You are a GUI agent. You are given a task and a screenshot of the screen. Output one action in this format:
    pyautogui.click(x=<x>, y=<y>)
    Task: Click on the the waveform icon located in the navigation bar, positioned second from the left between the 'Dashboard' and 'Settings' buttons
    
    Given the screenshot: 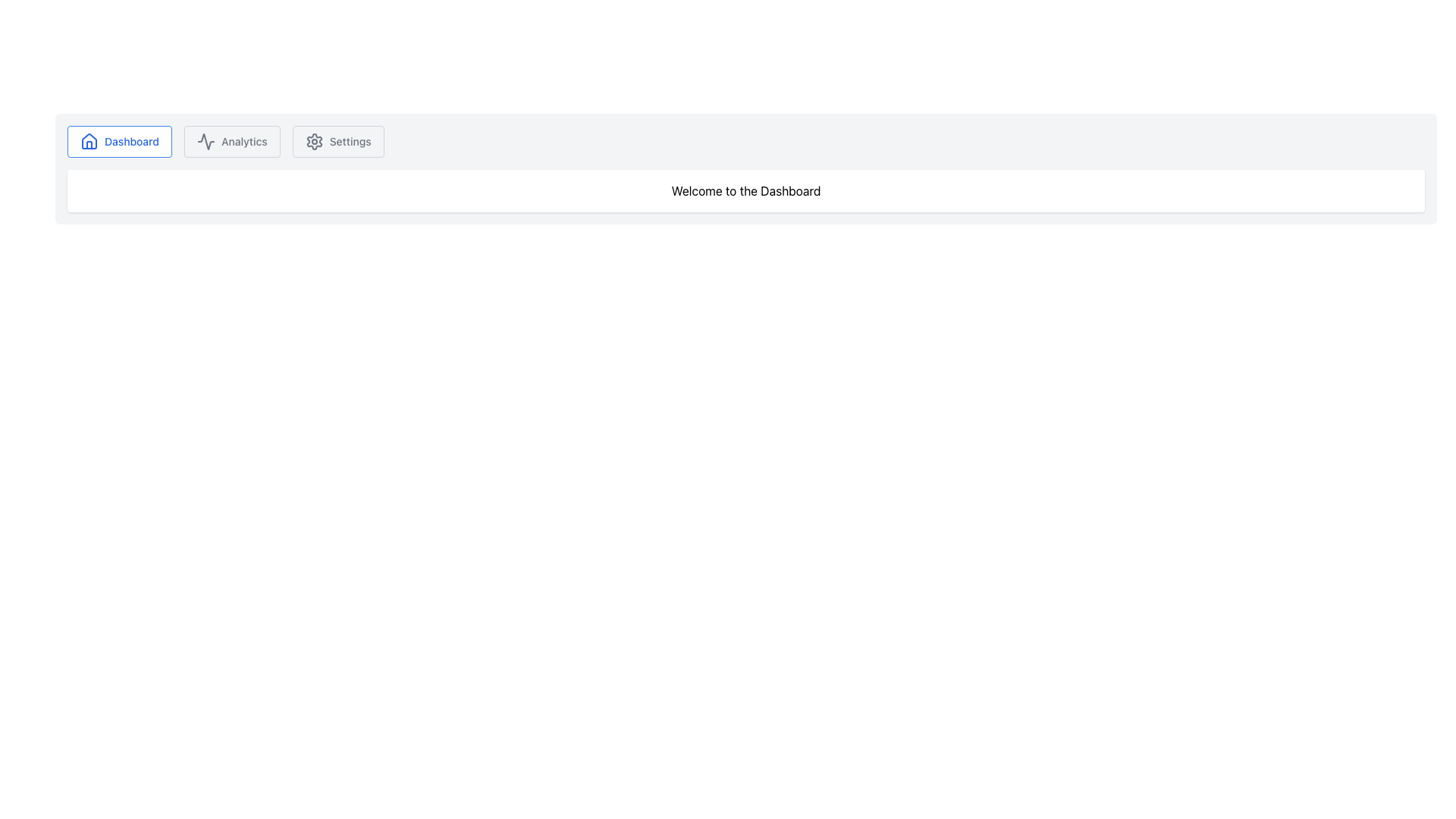 What is the action you would take?
    pyautogui.click(x=206, y=141)
    